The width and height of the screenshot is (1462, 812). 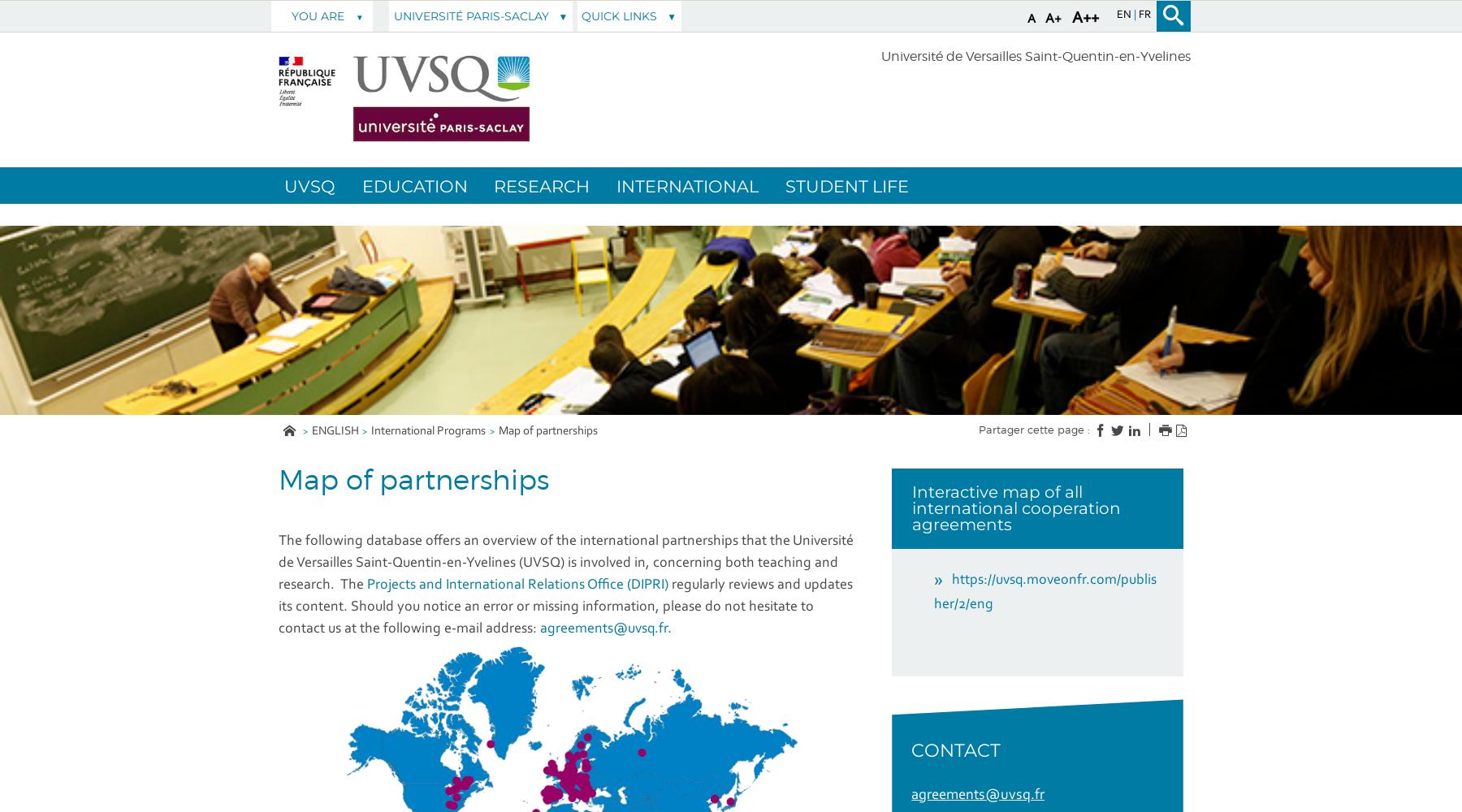 What do you see at coordinates (392, 16) in the screenshot?
I see `'Université Paris-Saclay'` at bounding box center [392, 16].